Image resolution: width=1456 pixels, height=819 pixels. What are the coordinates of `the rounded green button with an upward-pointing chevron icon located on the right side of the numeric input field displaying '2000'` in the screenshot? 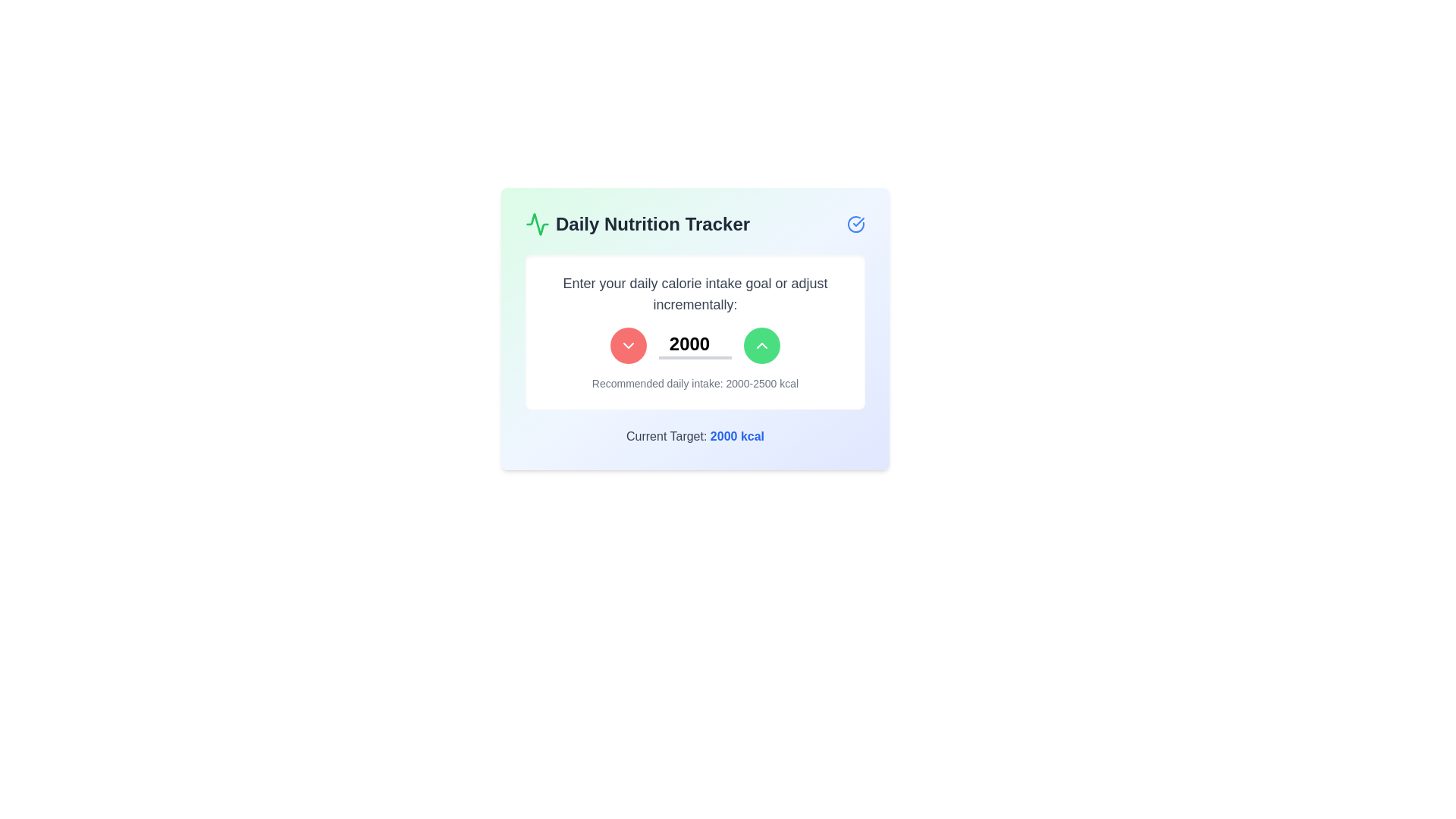 It's located at (761, 345).